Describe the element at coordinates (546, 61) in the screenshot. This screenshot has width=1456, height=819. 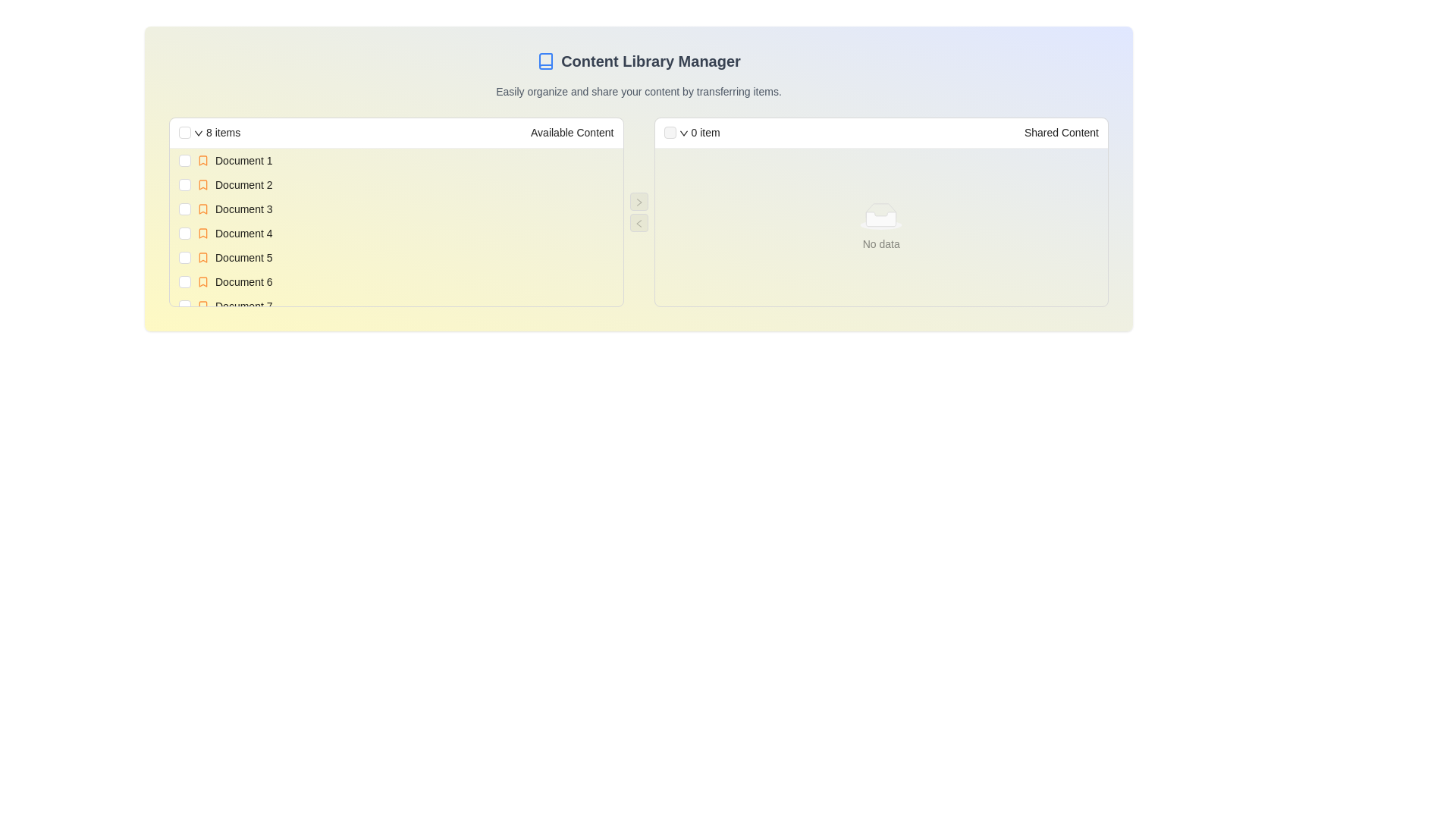
I see `the book icon with a blue outline located to the left of the 'Content Library Manager' title in the header section` at that location.